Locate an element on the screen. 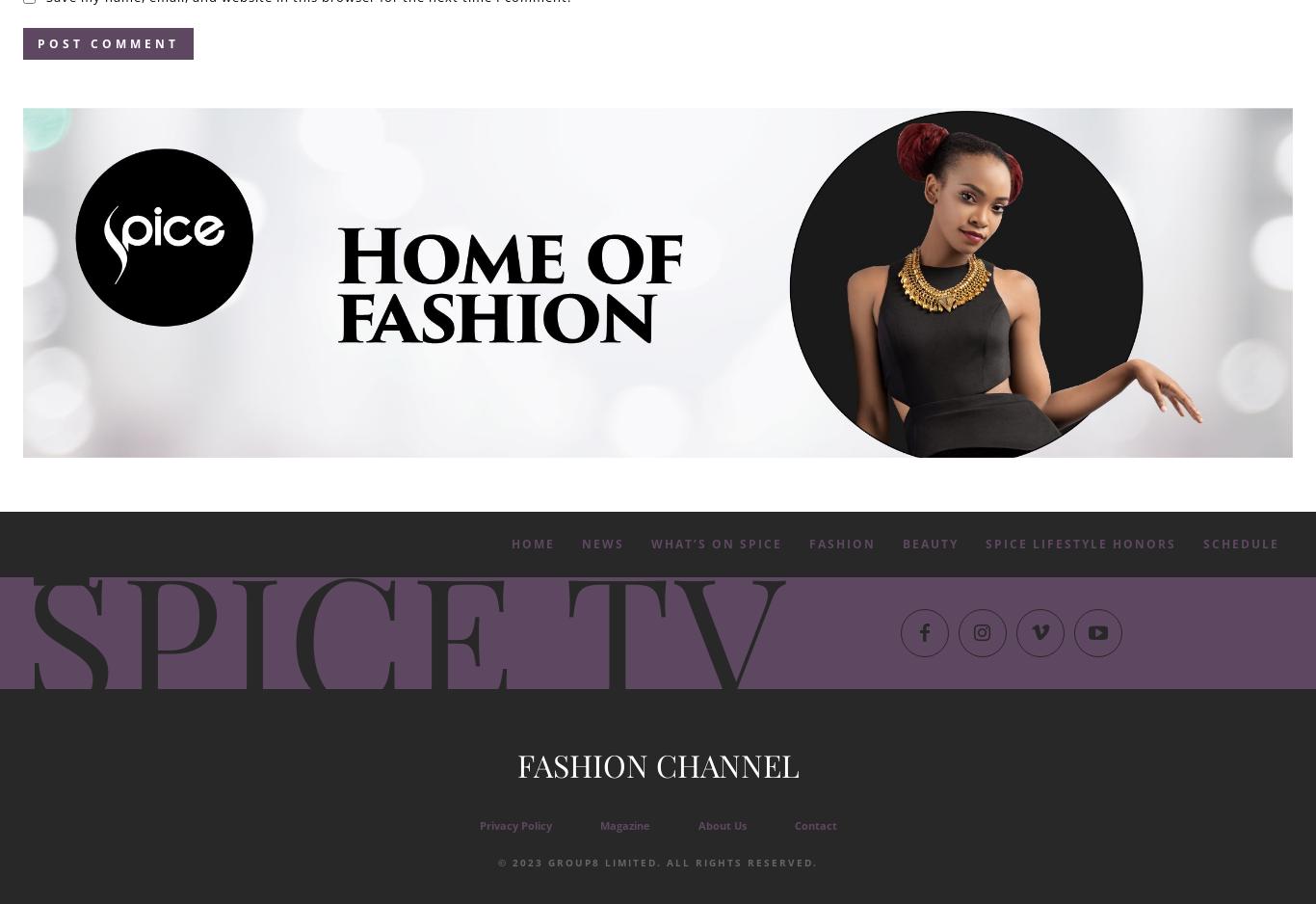 This screenshot has height=904, width=1316. 'Beauty' is located at coordinates (931, 543).